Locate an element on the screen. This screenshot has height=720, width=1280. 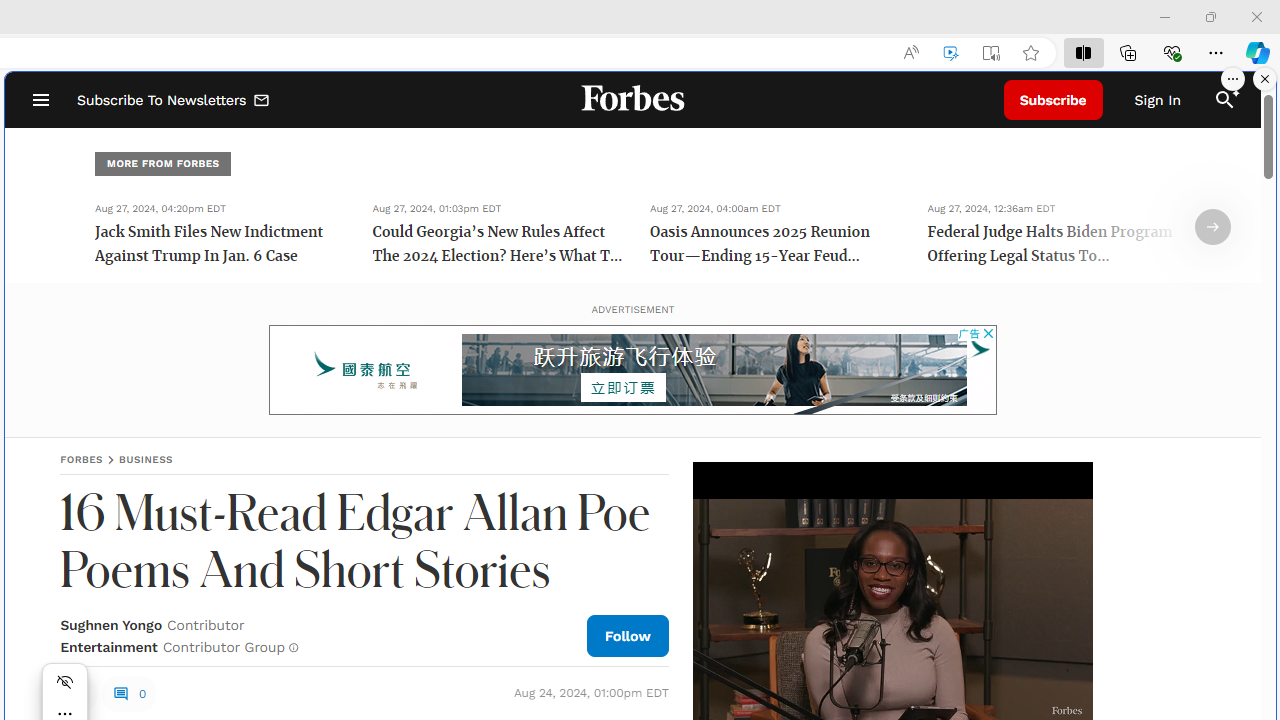
'Class: fs-icon fs-icon--info' is located at coordinates (292, 647).